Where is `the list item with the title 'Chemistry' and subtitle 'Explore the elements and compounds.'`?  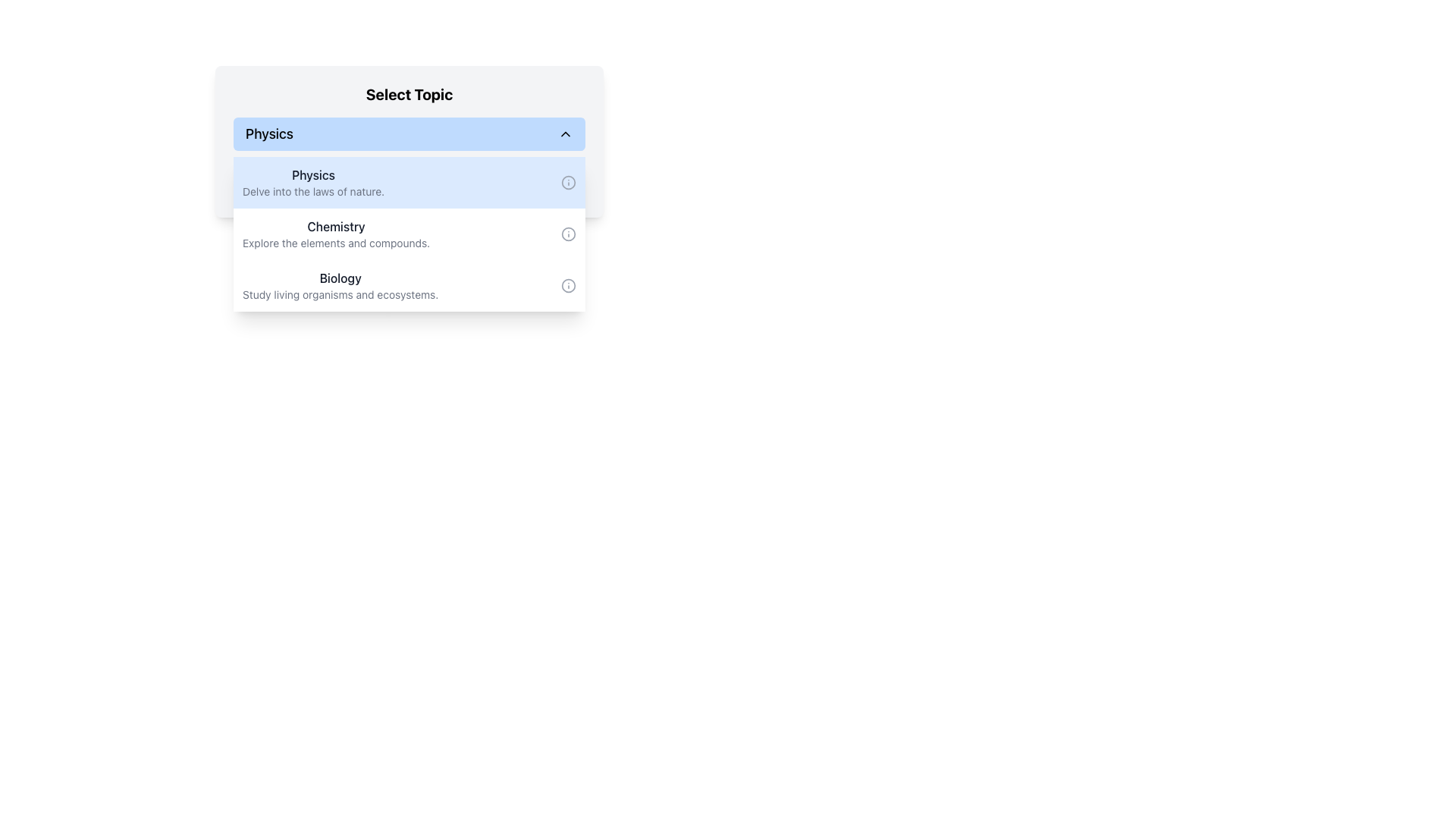 the list item with the title 'Chemistry' and subtitle 'Explore the elements and compounds.' is located at coordinates (335, 234).